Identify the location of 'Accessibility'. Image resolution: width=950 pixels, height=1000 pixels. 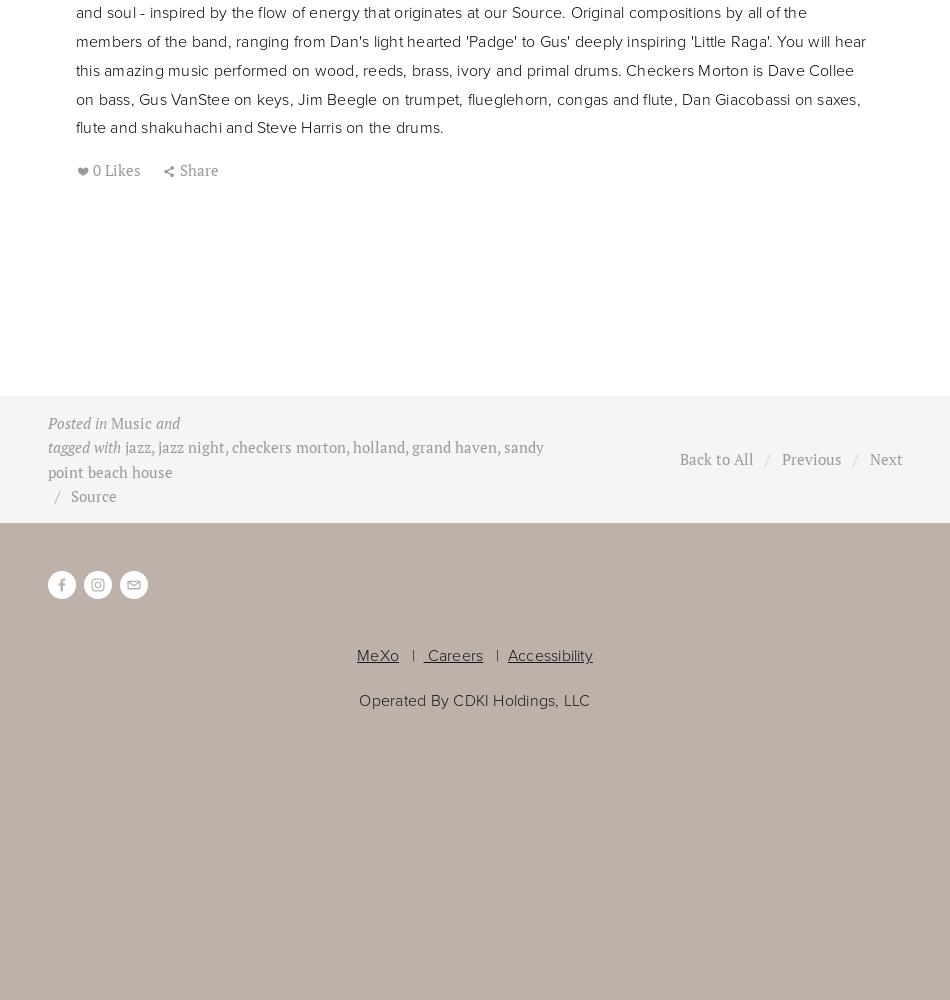
(549, 655).